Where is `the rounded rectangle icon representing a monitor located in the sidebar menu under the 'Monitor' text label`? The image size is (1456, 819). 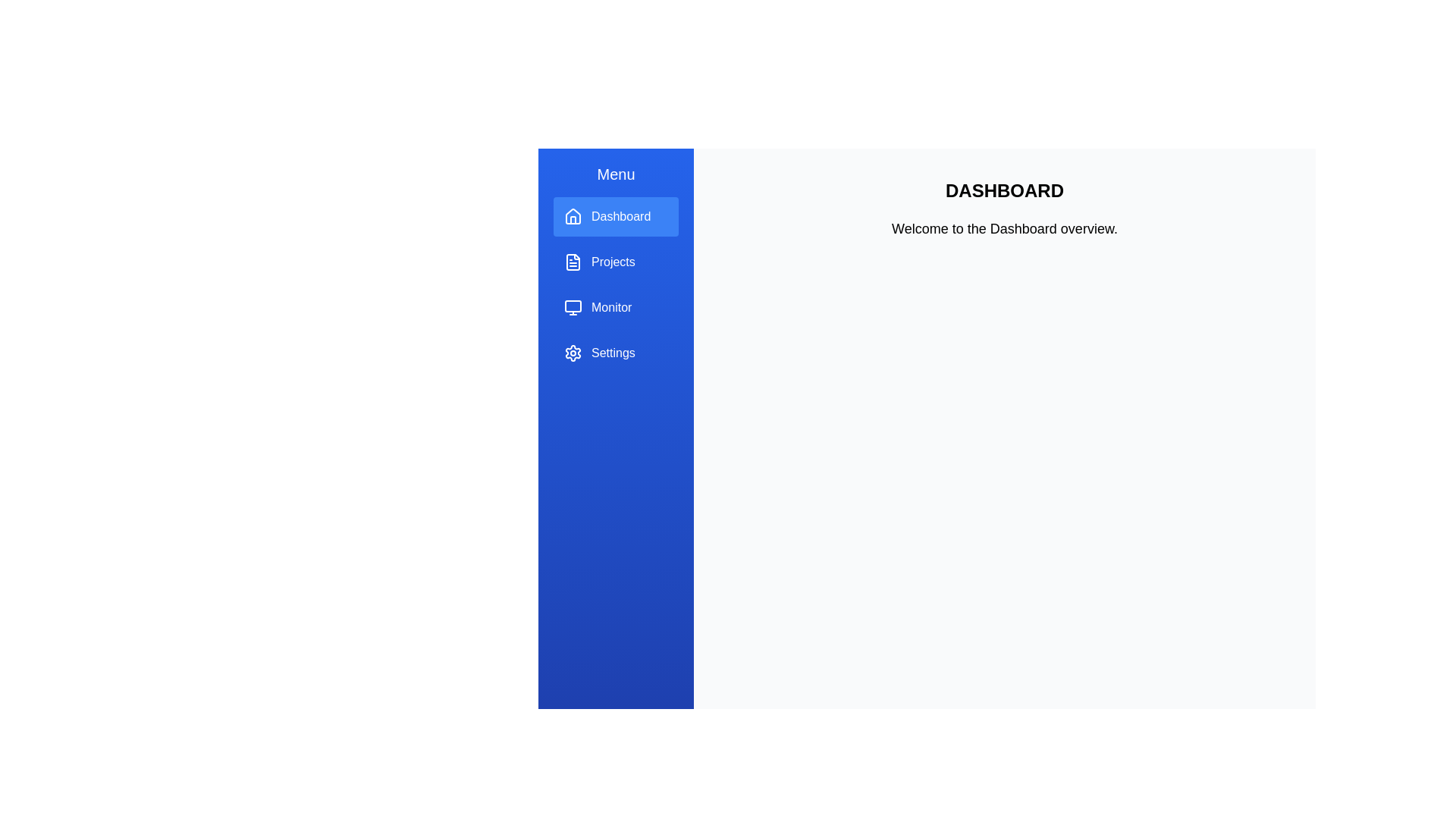
the rounded rectangle icon representing a monitor located in the sidebar menu under the 'Monitor' text label is located at coordinates (572, 306).